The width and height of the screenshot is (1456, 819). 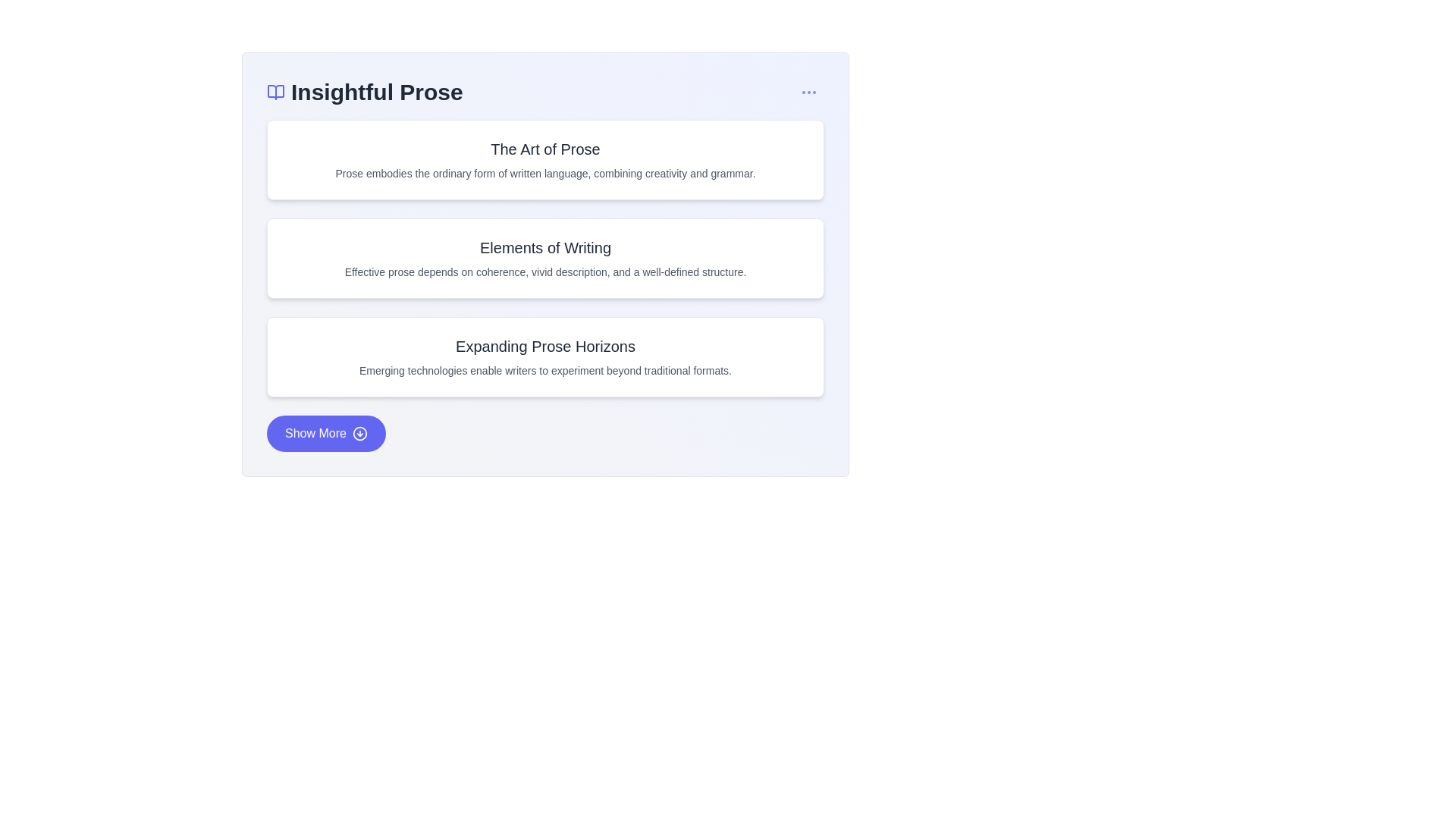 What do you see at coordinates (545, 271) in the screenshot?
I see `the static text component that reads 'Effective prose depends on coherence, vivid description, and a well-defined structure,' which is located under the heading 'Elements of Writing' in a card-like layout` at bounding box center [545, 271].